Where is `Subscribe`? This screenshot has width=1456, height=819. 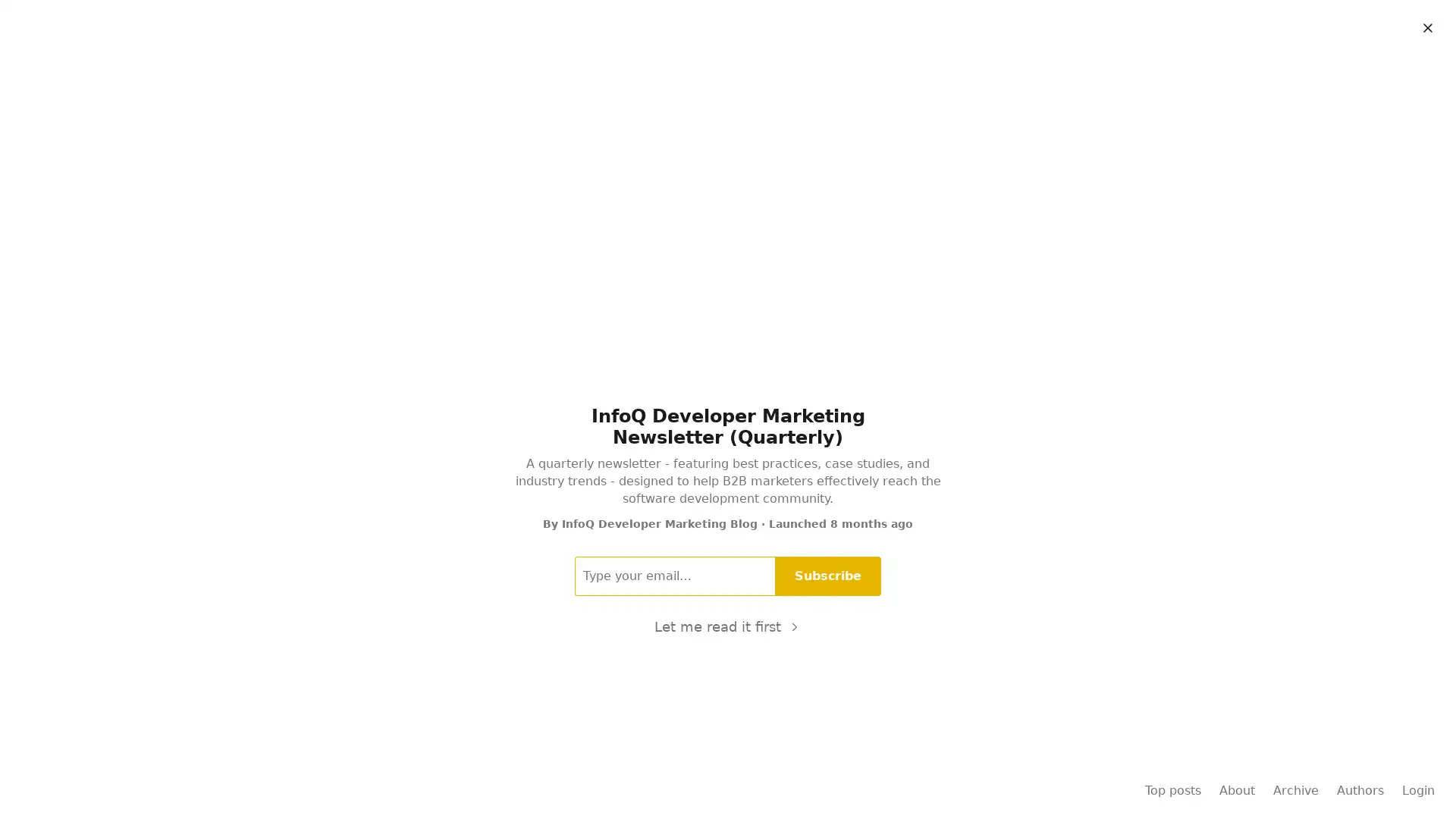 Subscribe is located at coordinates (827, 576).